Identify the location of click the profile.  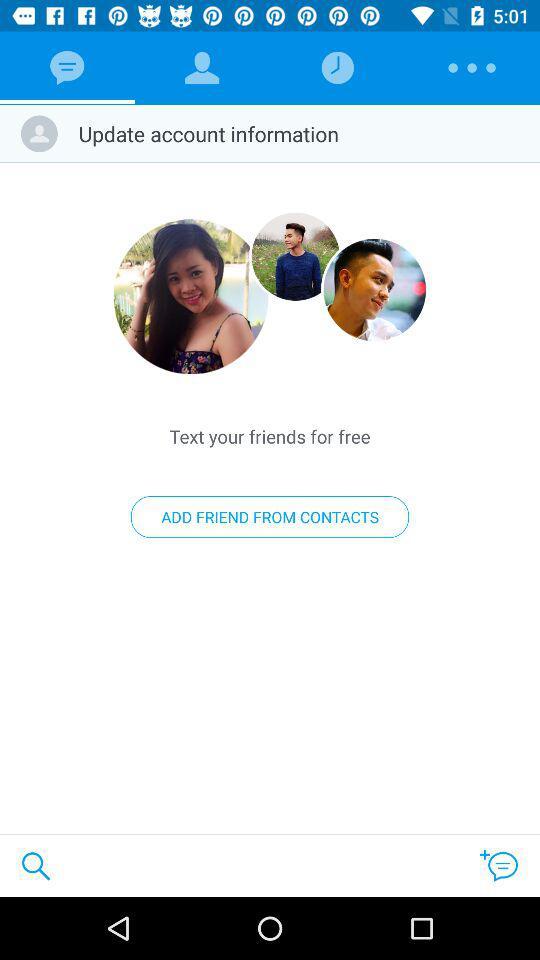
(191, 295).